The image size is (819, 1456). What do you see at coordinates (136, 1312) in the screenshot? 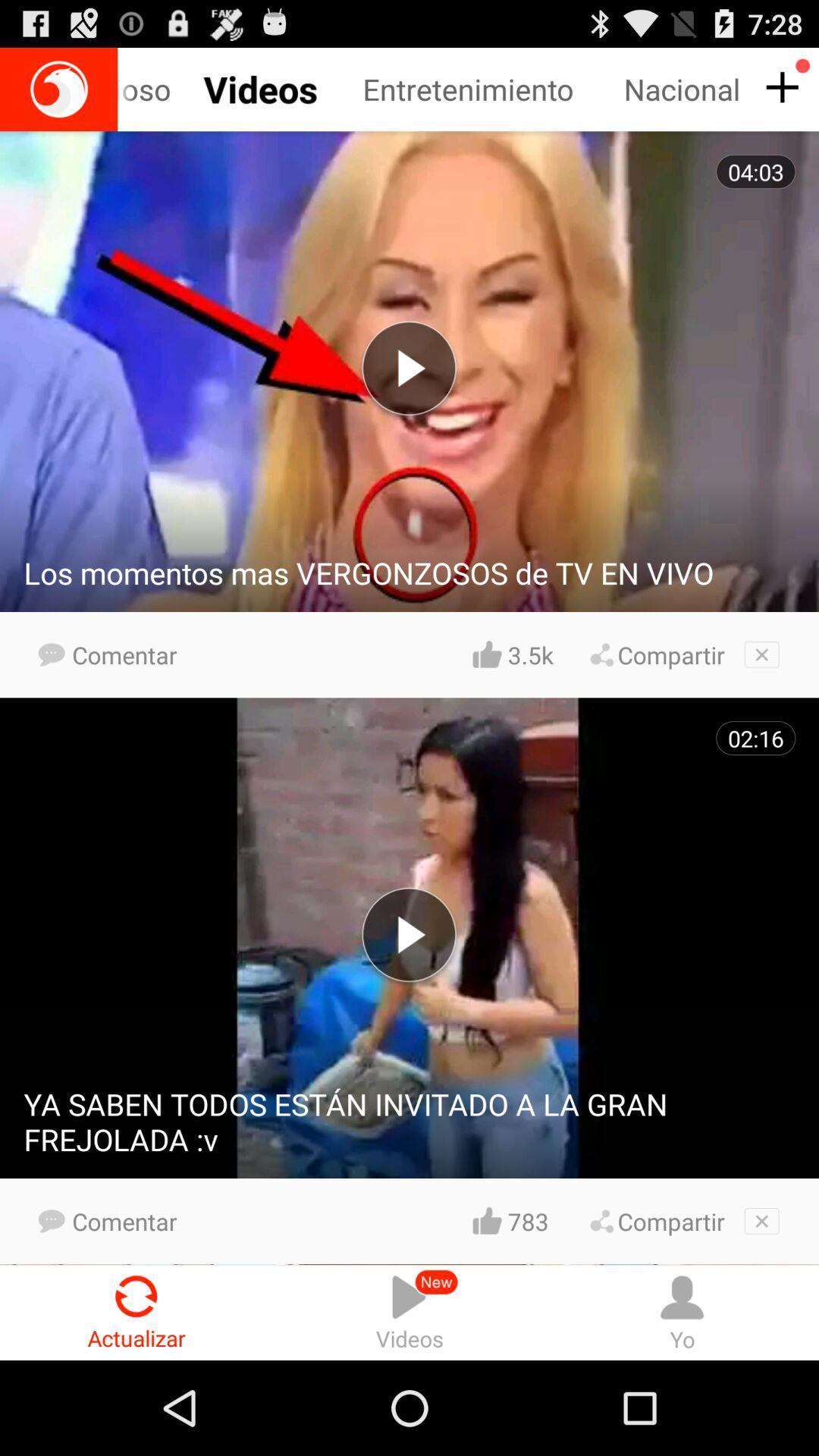
I see `the item to the left of videos radio button` at bounding box center [136, 1312].